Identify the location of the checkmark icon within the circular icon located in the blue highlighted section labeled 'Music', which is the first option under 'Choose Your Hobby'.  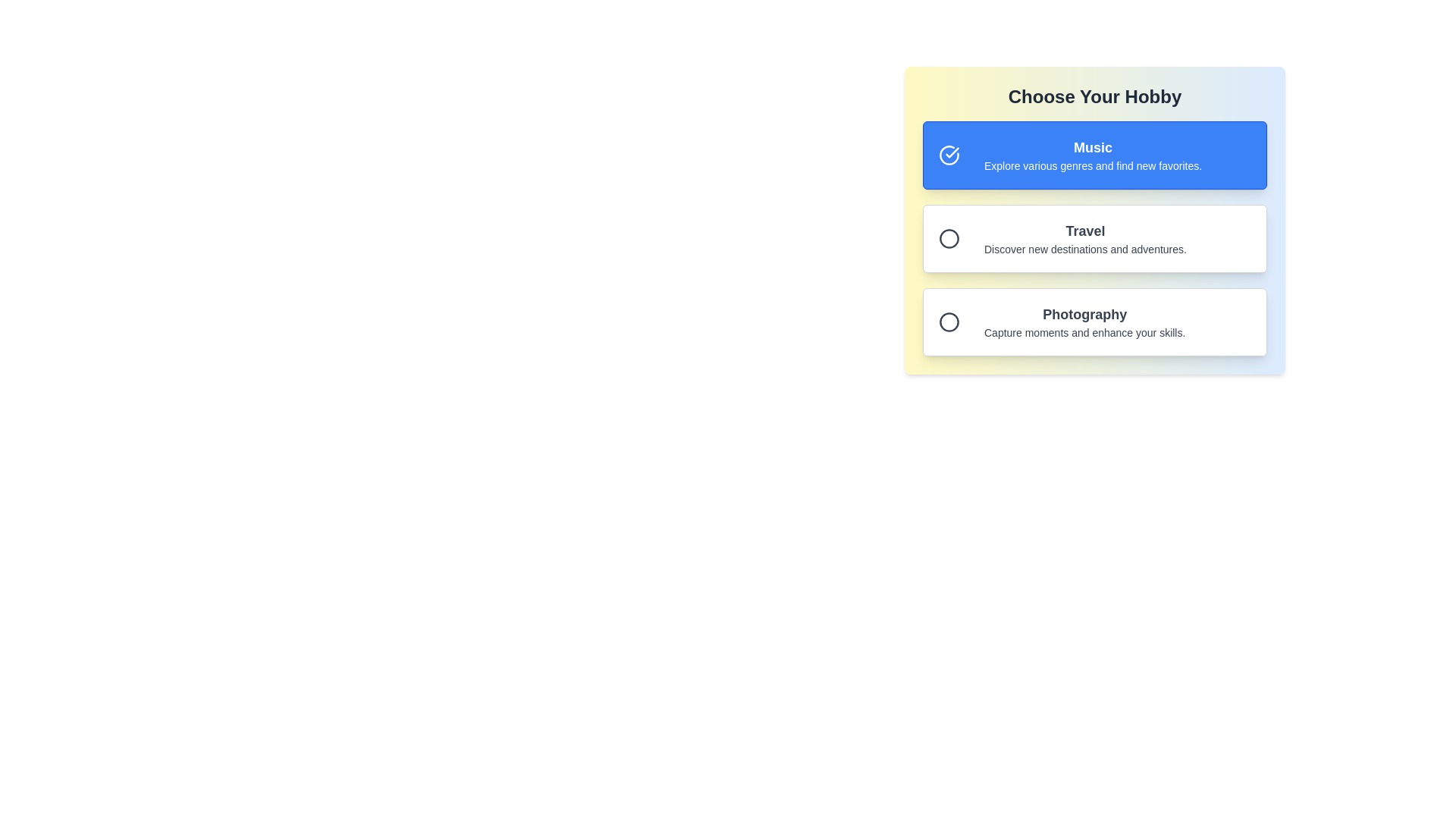
(952, 152).